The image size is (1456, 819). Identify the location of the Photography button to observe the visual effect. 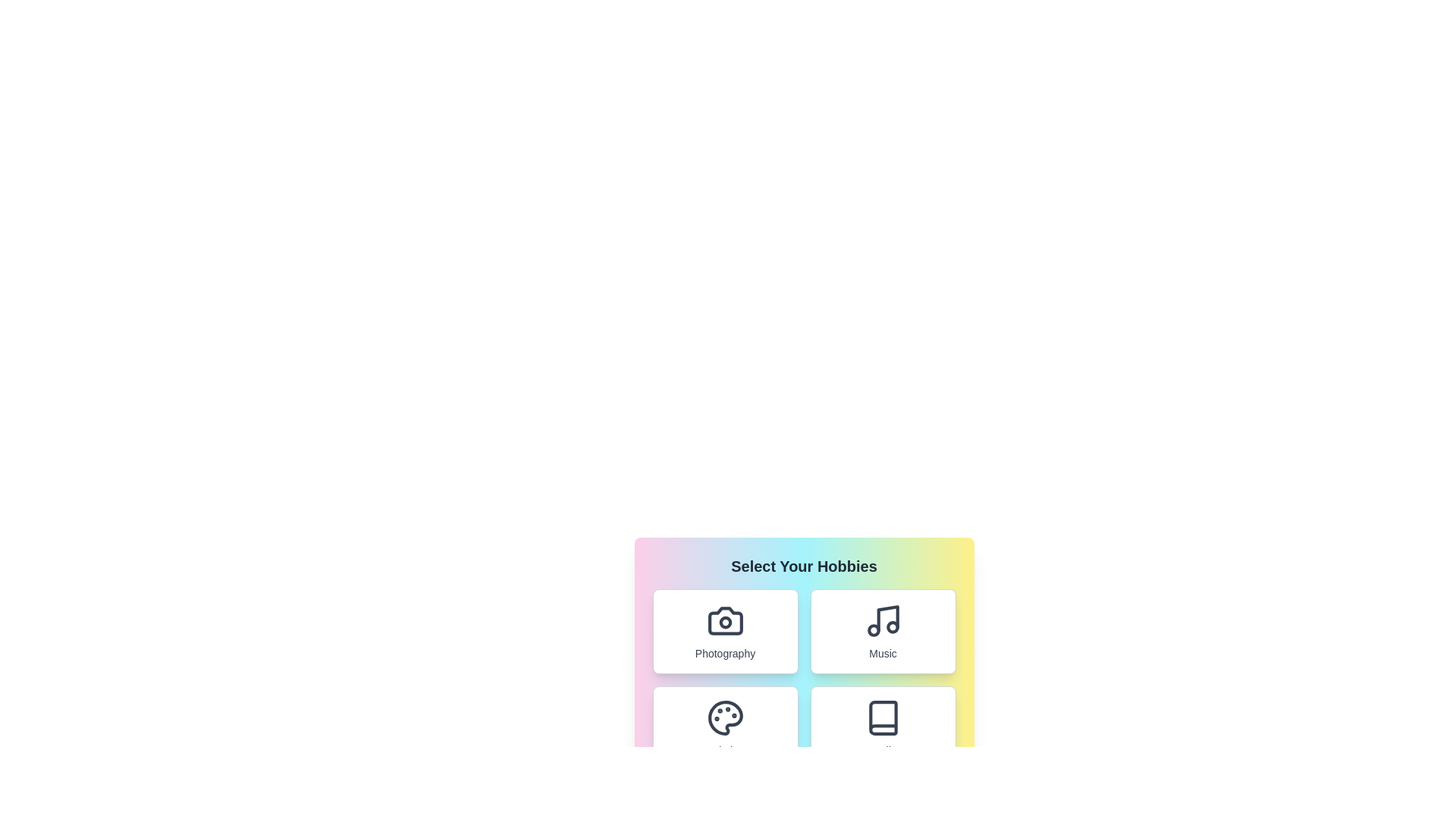
(724, 632).